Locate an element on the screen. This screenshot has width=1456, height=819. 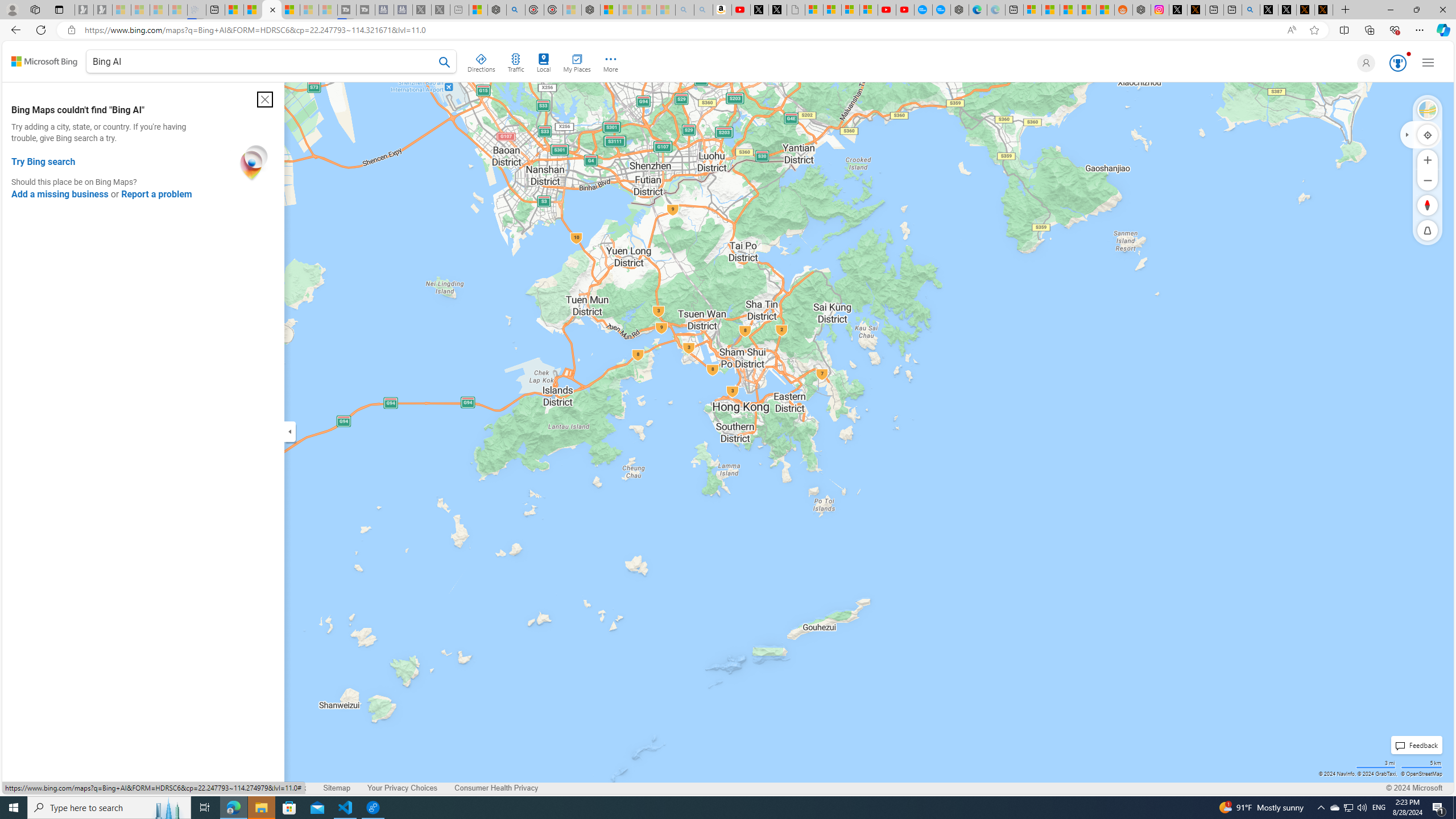
'My Places' is located at coordinates (576, 61).